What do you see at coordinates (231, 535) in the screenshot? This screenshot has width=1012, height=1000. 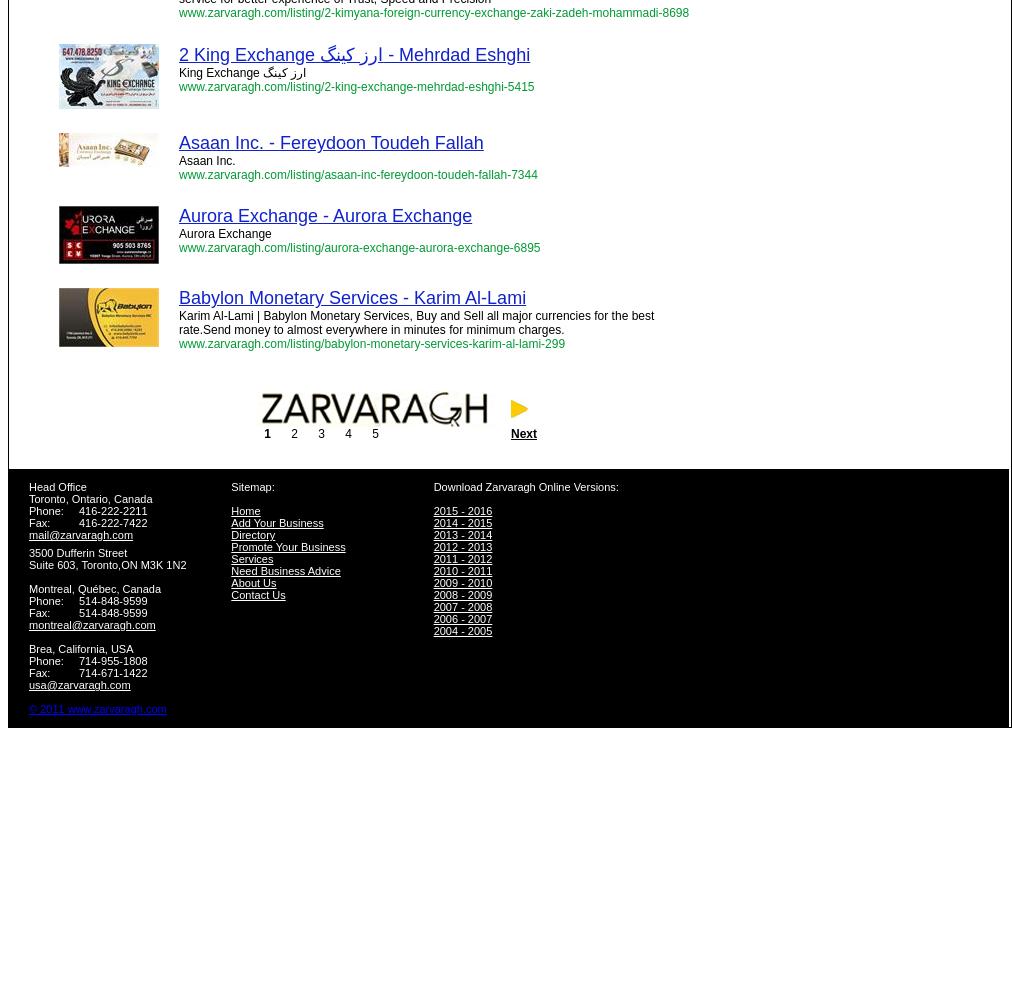 I see `'Directory'` at bounding box center [231, 535].